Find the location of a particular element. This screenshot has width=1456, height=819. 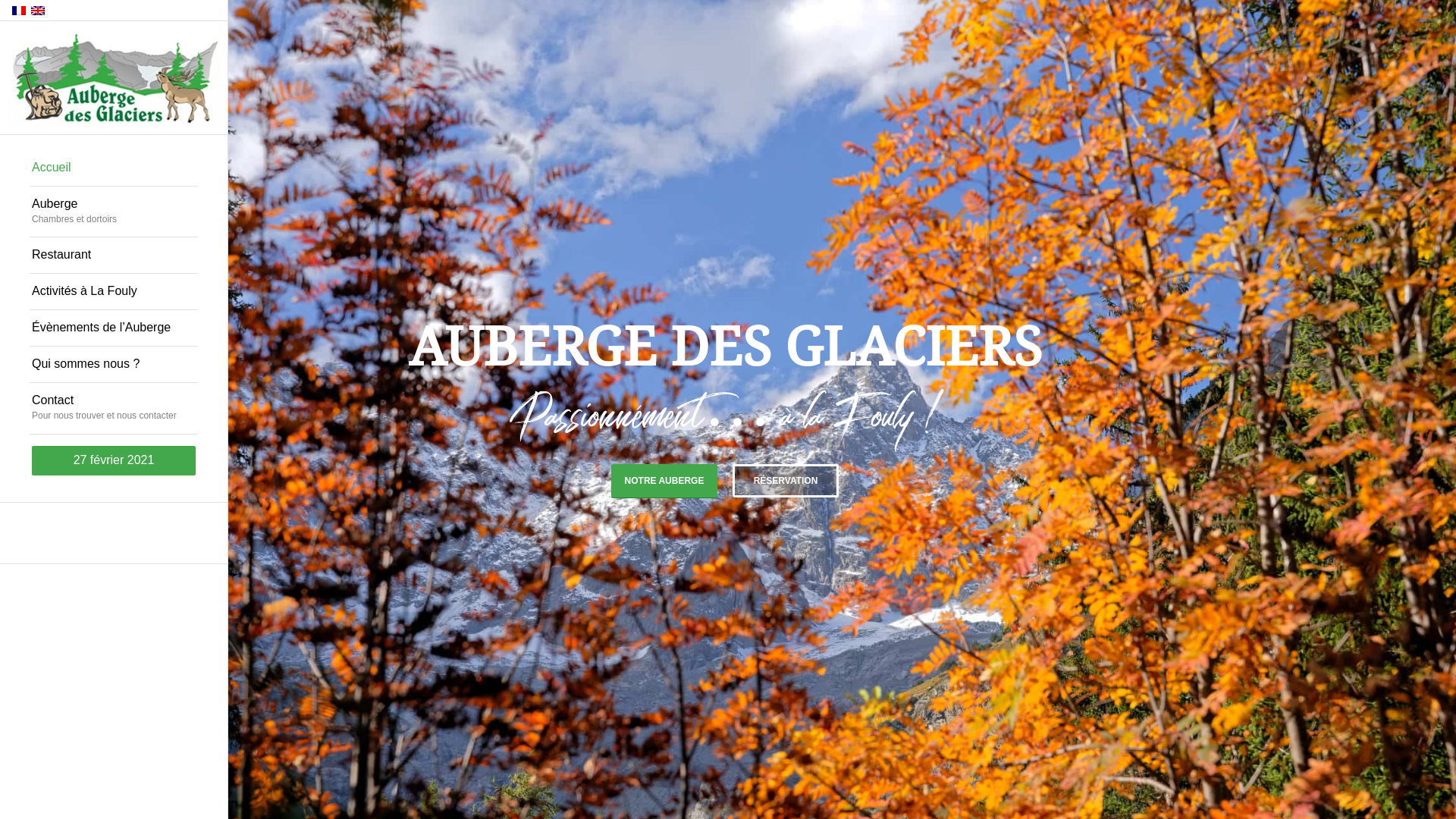

'Restaurant' is located at coordinates (112, 254).